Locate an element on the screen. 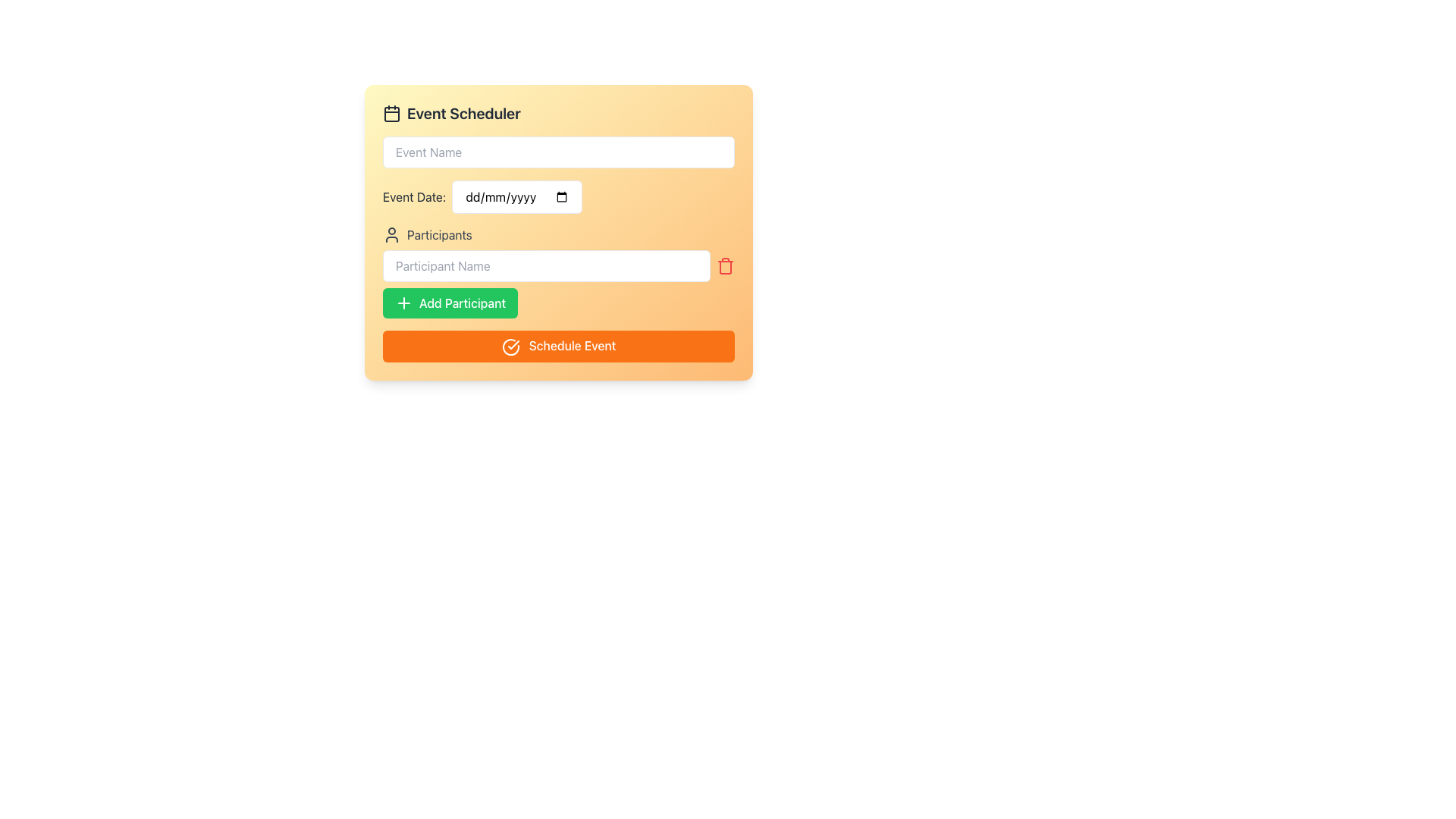 The width and height of the screenshot is (1456, 819). the calendar icon located in the header section labeled 'Event Scheduler', which is characterized by a square outline and mounting rings at the top is located at coordinates (392, 113).